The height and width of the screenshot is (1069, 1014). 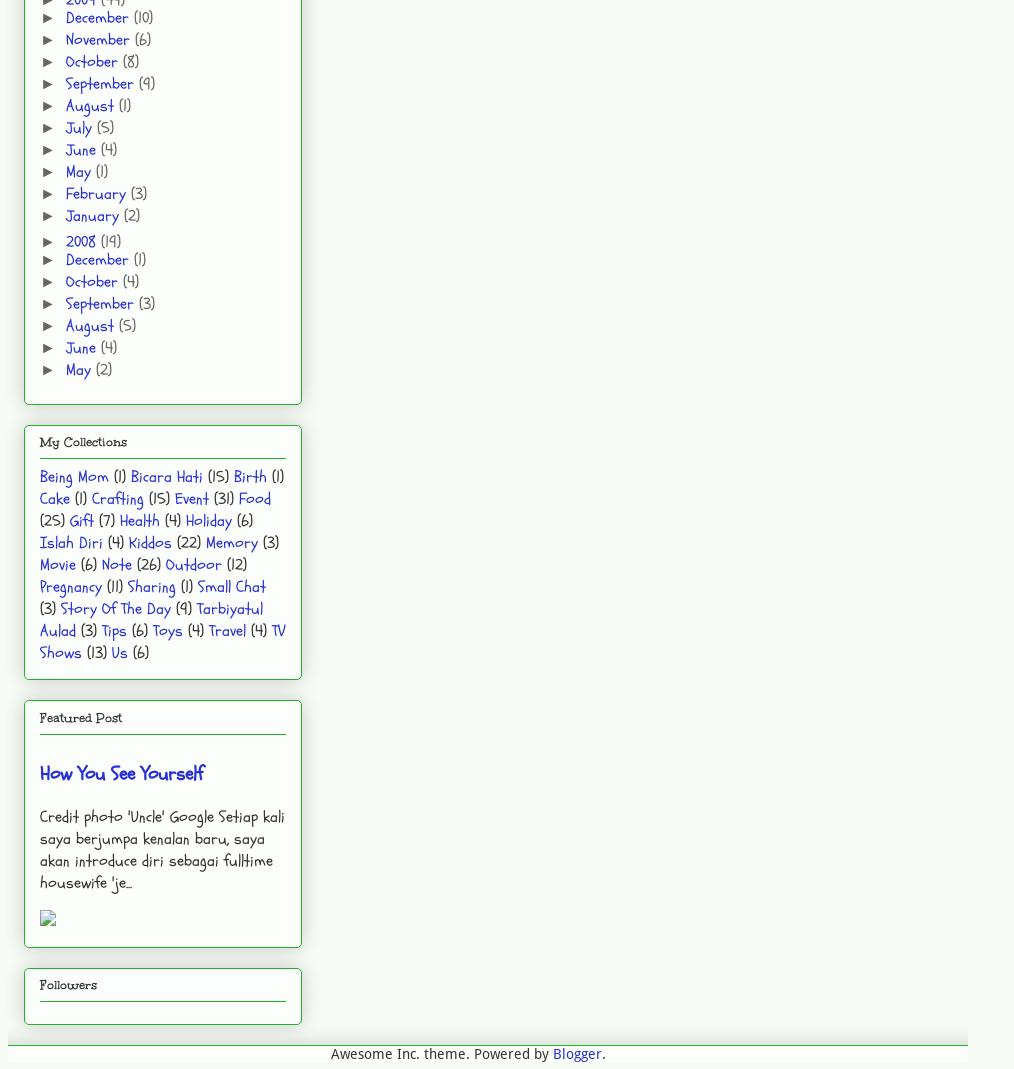 I want to click on 'Awesome Inc. theme. Powered by', so click(x=440, y=1054).